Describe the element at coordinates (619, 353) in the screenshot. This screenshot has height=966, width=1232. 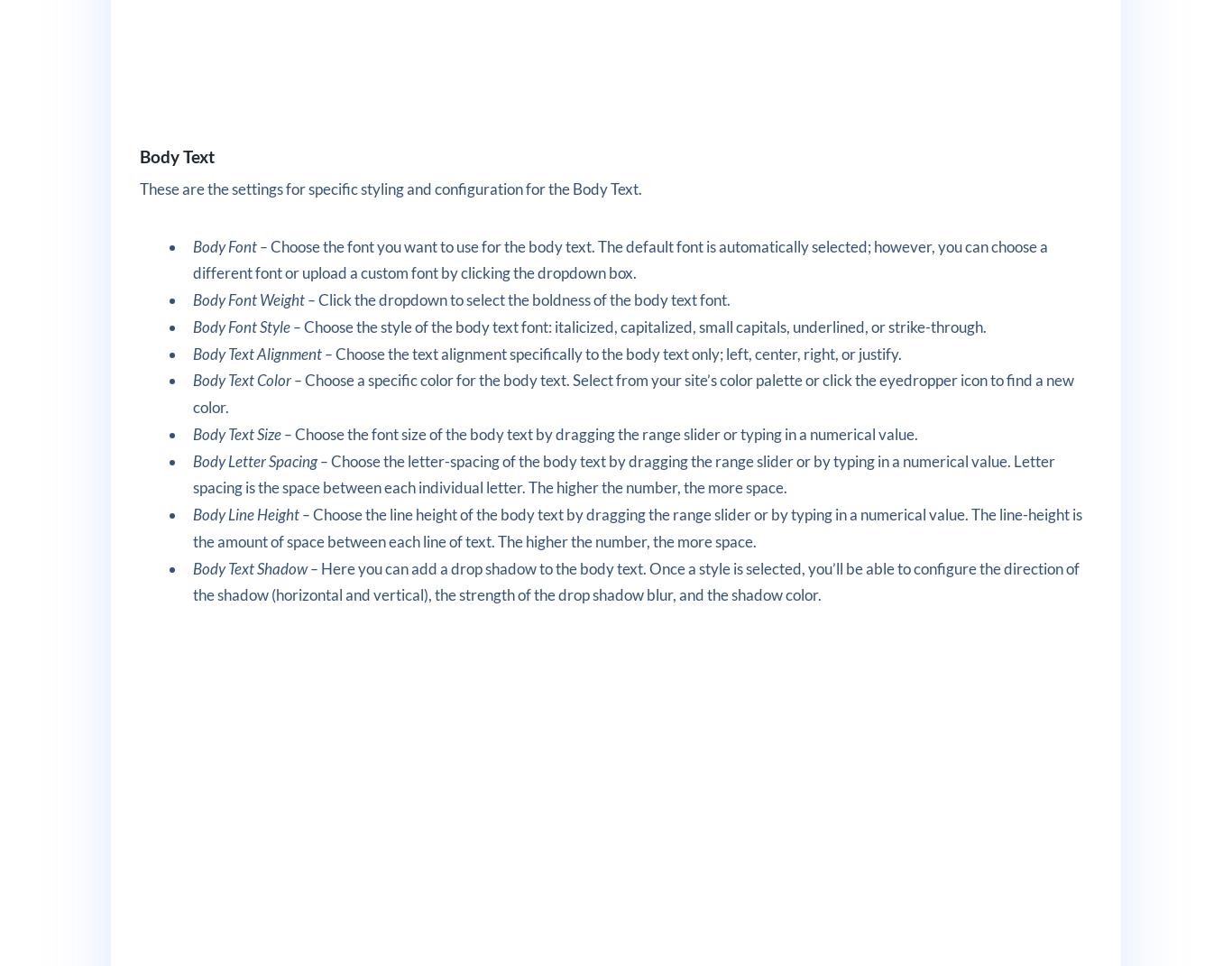
I see `'Choose the text alignment specifically to the body text only; left, center, right, or justify.'` at that location.